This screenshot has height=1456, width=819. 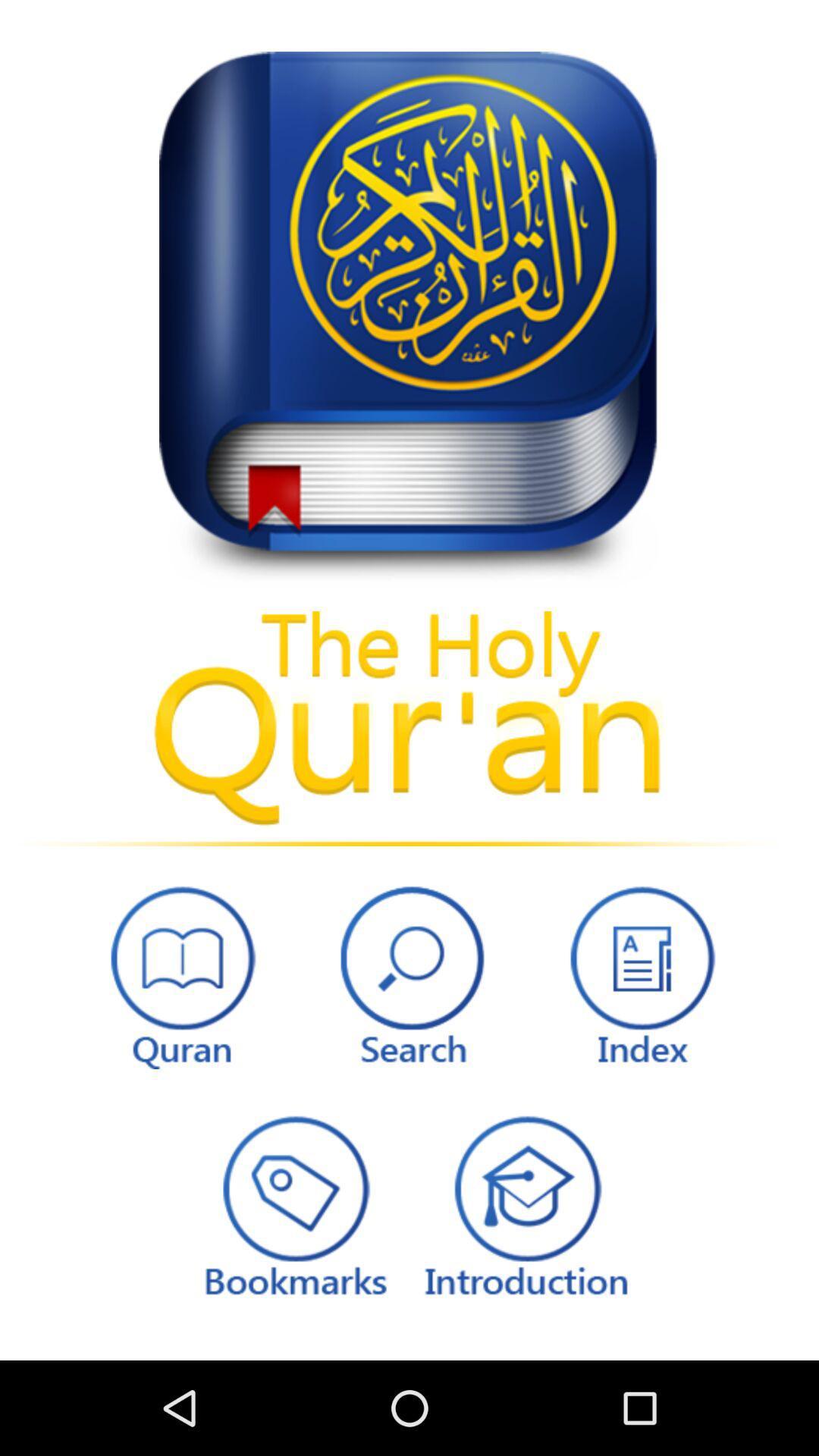 What do you see at coordinates (178, 973) in the screenshot?
I see `open quran to read` at bounding box center [178, 973].